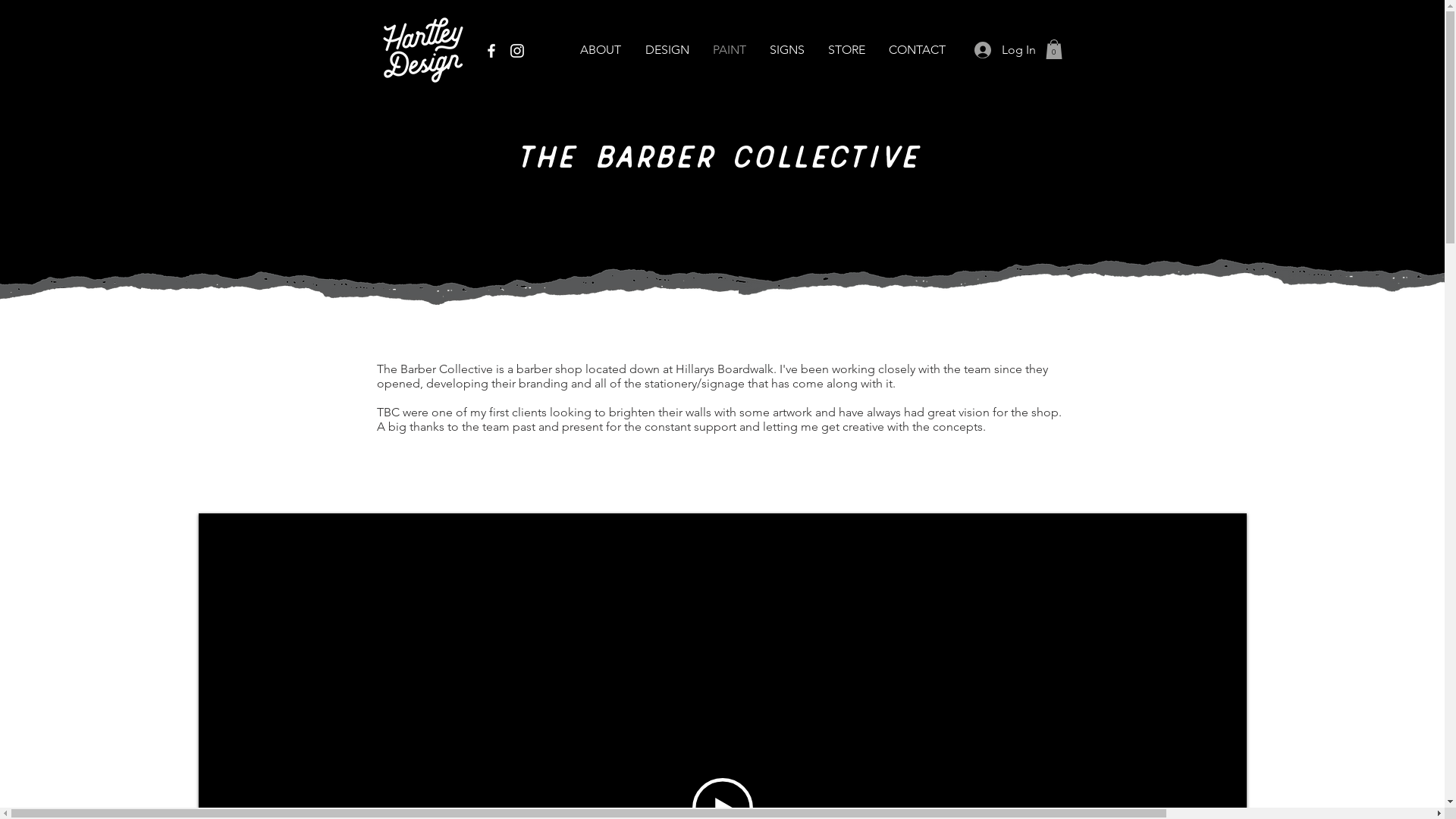  What do you see at coordinates (916, 49) in the screenshot?
I see `'CONTACT'` at bounding box center [916, 49].